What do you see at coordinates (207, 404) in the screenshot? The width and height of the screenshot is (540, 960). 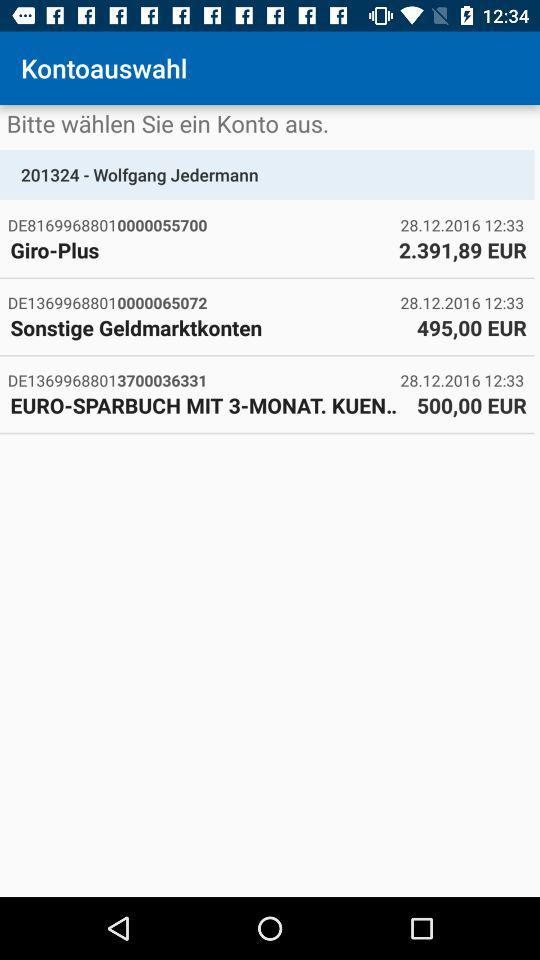 I see `euro sparbuch mit item` at bounding box center [207, 404].